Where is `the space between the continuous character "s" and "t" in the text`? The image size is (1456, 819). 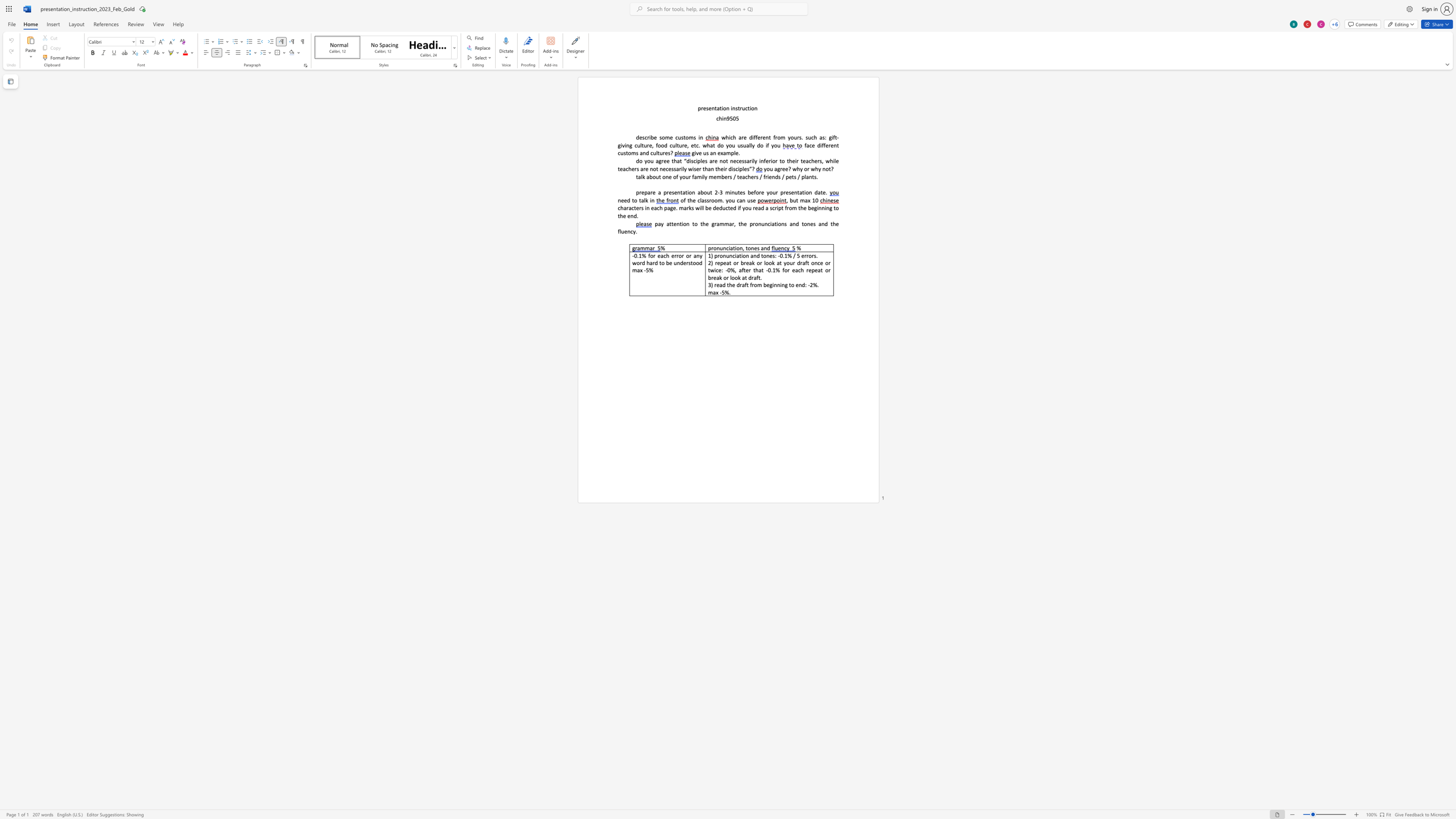
the space between the continuous character "s" and "t" in the text is located at coordinates (737, 108).